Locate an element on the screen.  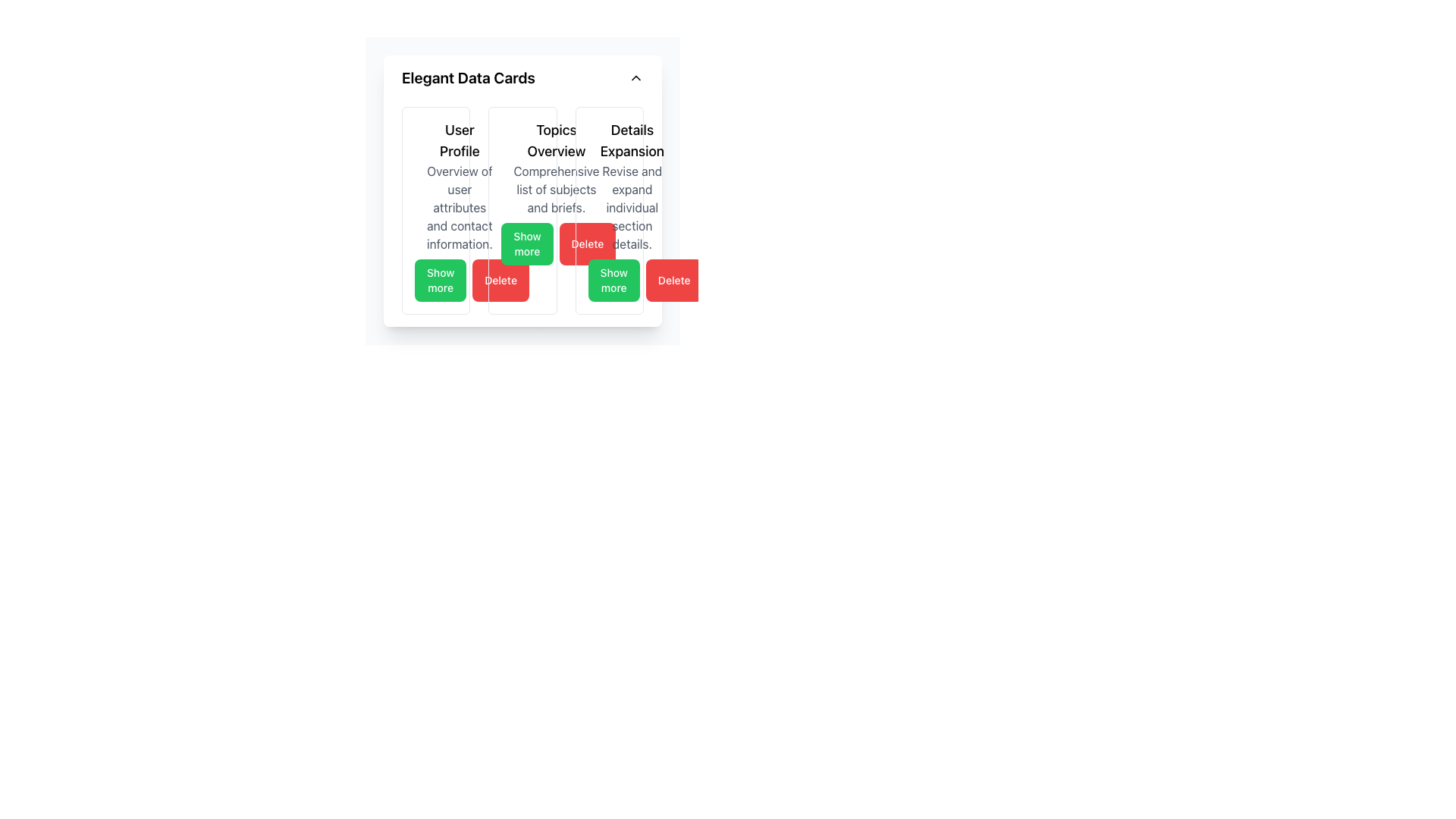
the delete button located at the bottom-right of the 'Topics Overview' card, which is the second button in a horizontal group of buttons is located at coordinates (500, 281).